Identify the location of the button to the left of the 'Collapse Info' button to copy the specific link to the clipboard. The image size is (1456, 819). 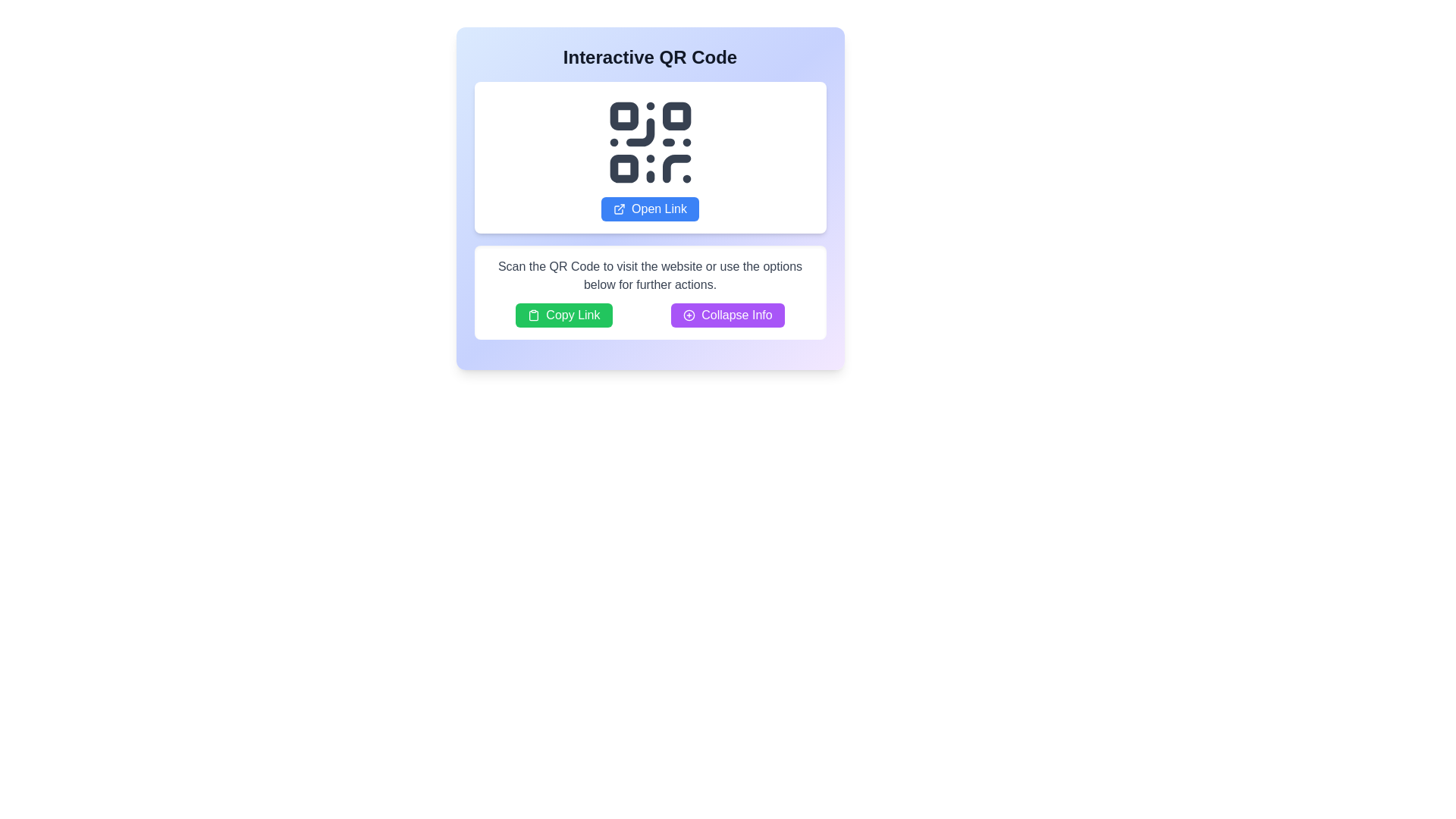
(563, 315).